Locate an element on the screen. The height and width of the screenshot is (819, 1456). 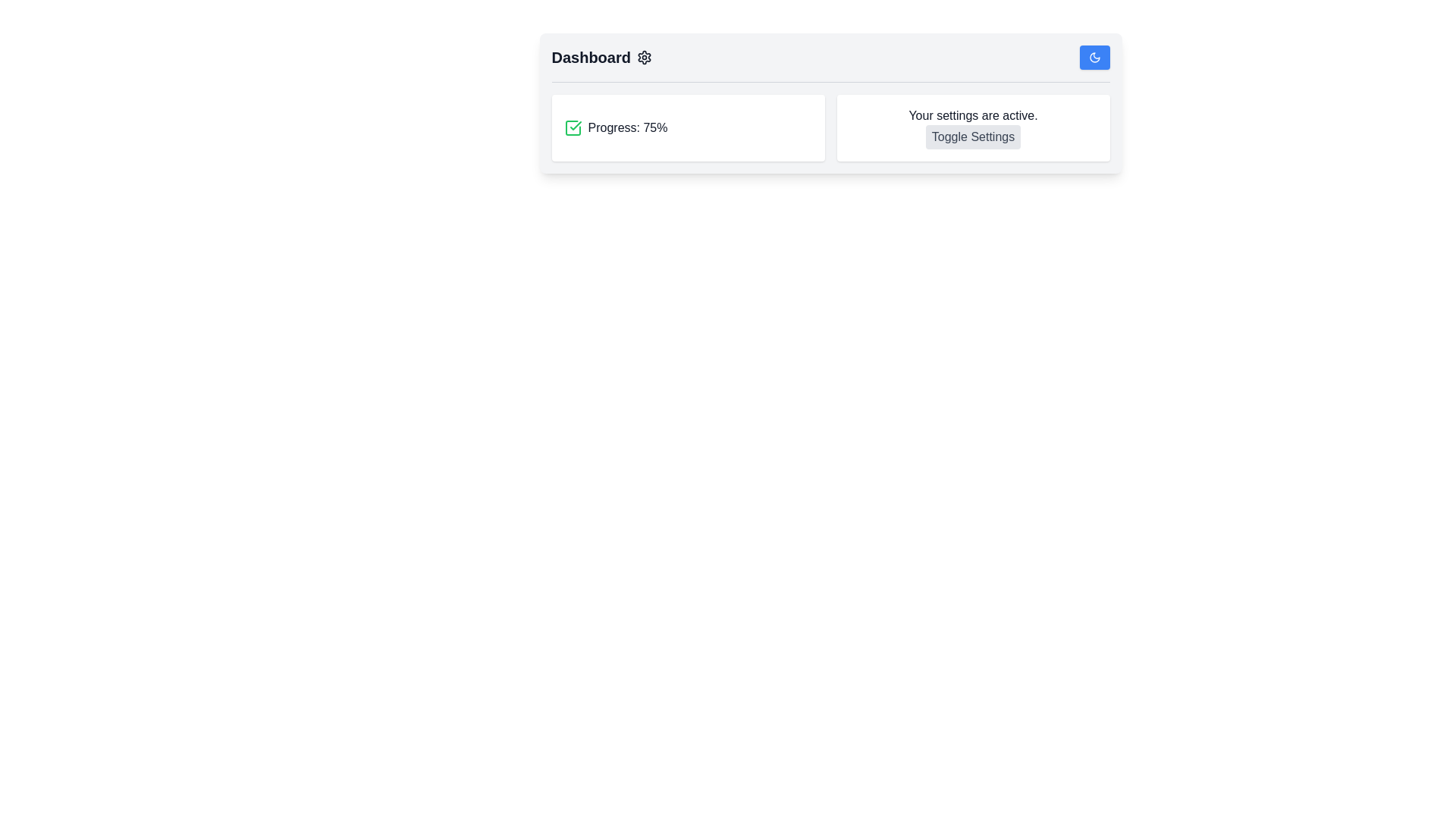
the green checked square box SVG icon that indicates a progress status, which is located to the left of the 'Progress: 75%' text in the dashboard layout is located at coordinates (572, 127).